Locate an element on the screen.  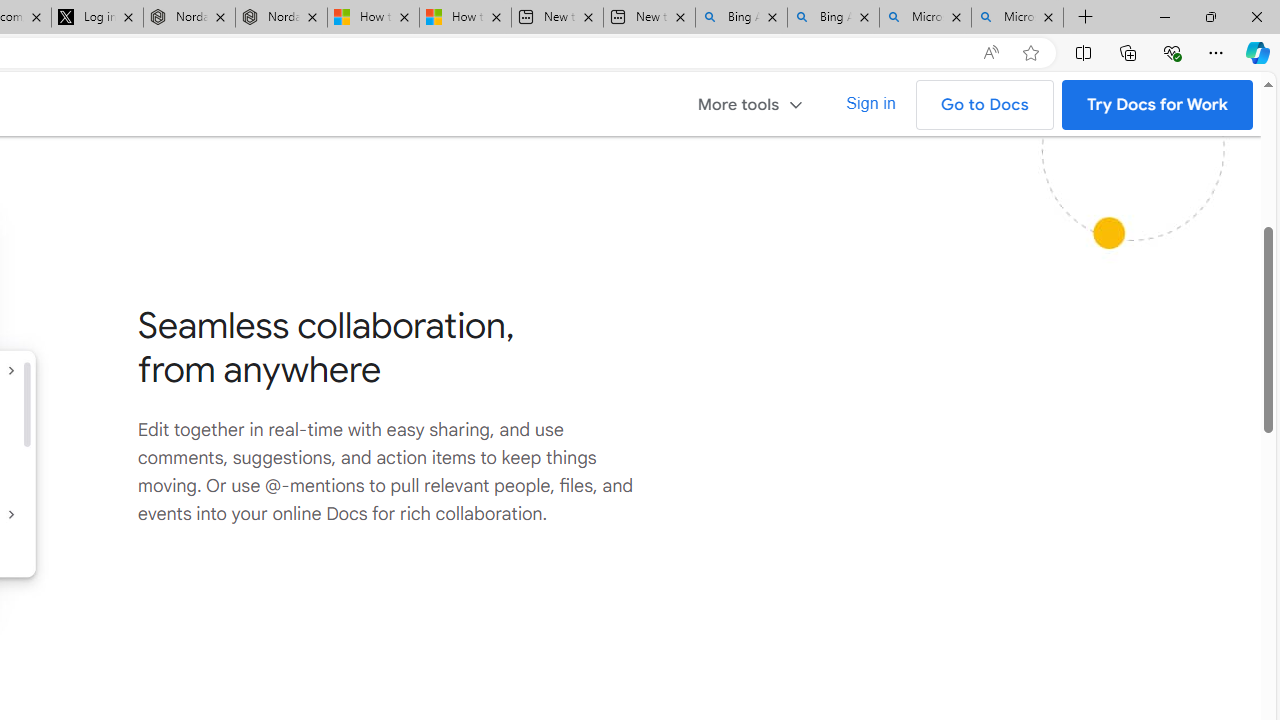
'Log in to X / X' is located at coordinates (96, 17).